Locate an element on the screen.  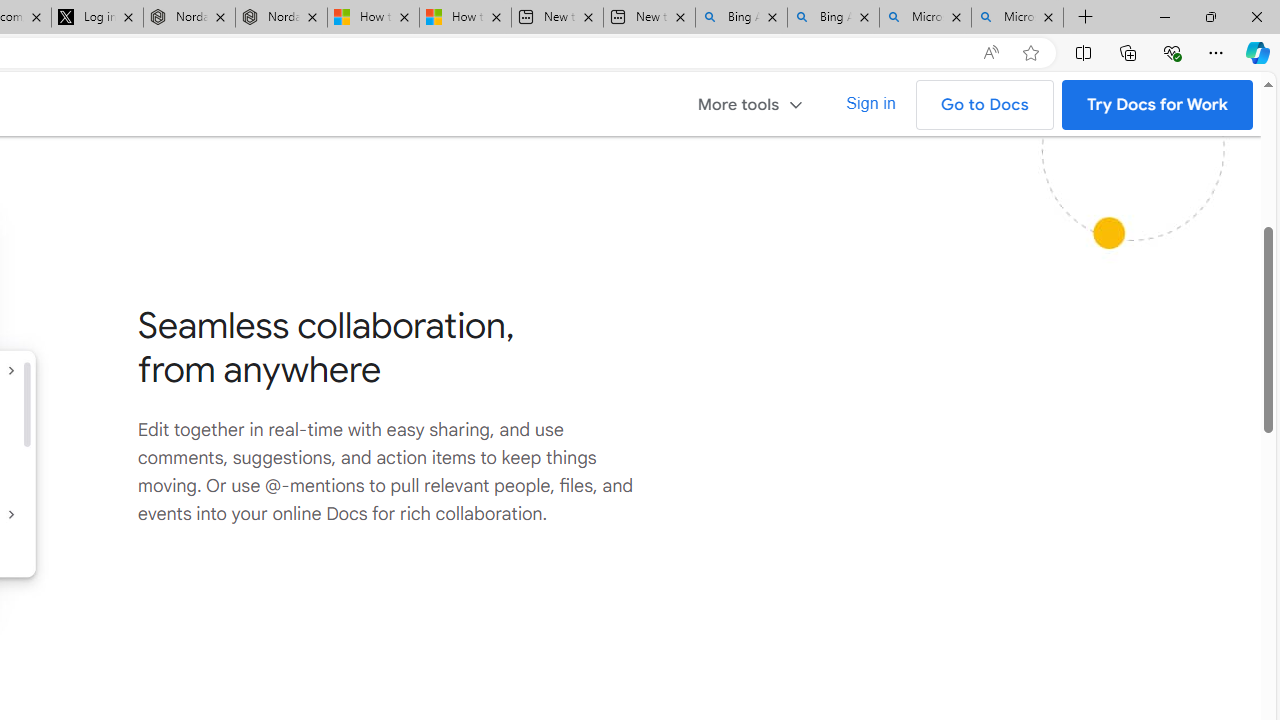
'Log in to X / X' is located at coordinates (96, 17).